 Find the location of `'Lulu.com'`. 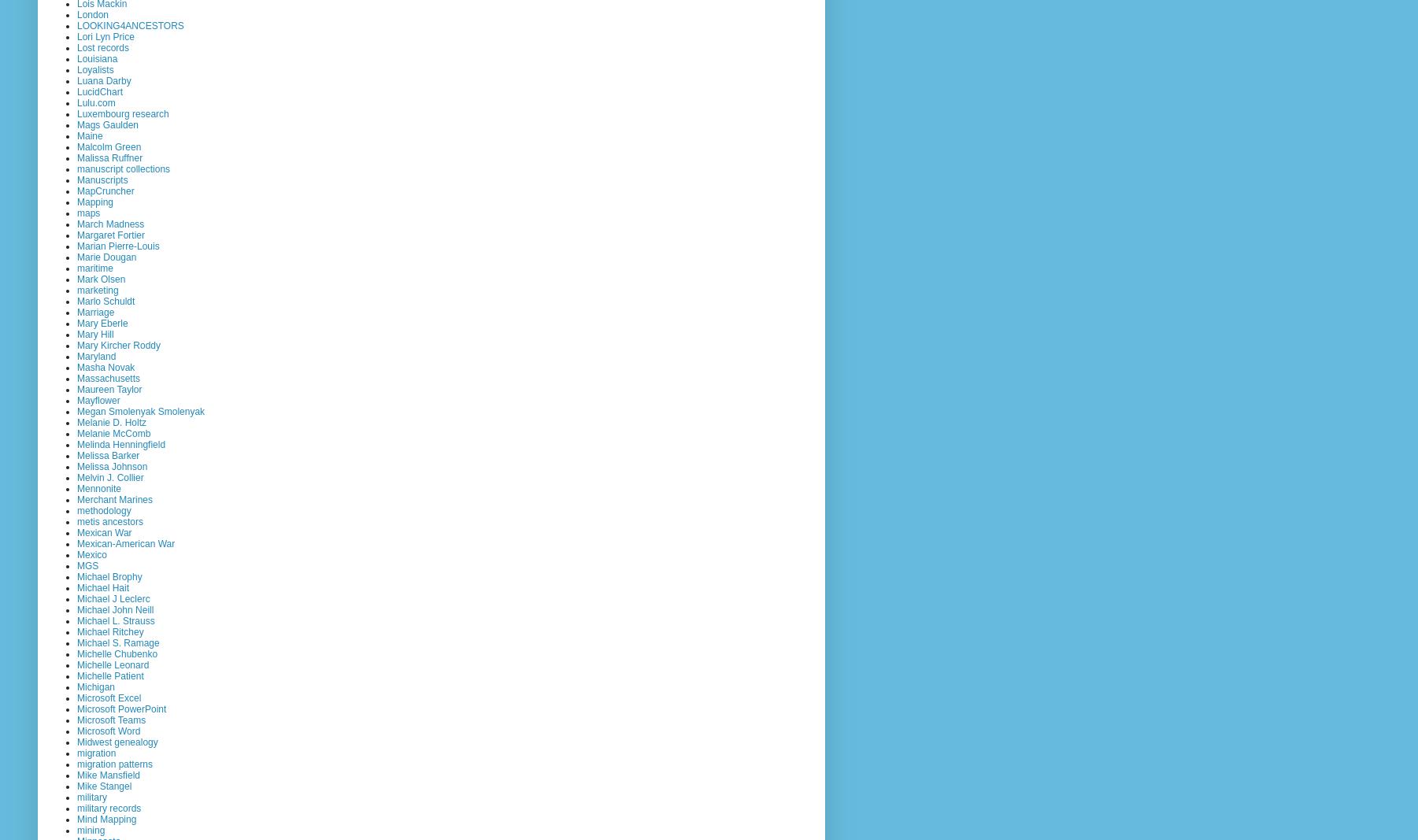

'Lulu.com' is located at coordinates (95, 101).